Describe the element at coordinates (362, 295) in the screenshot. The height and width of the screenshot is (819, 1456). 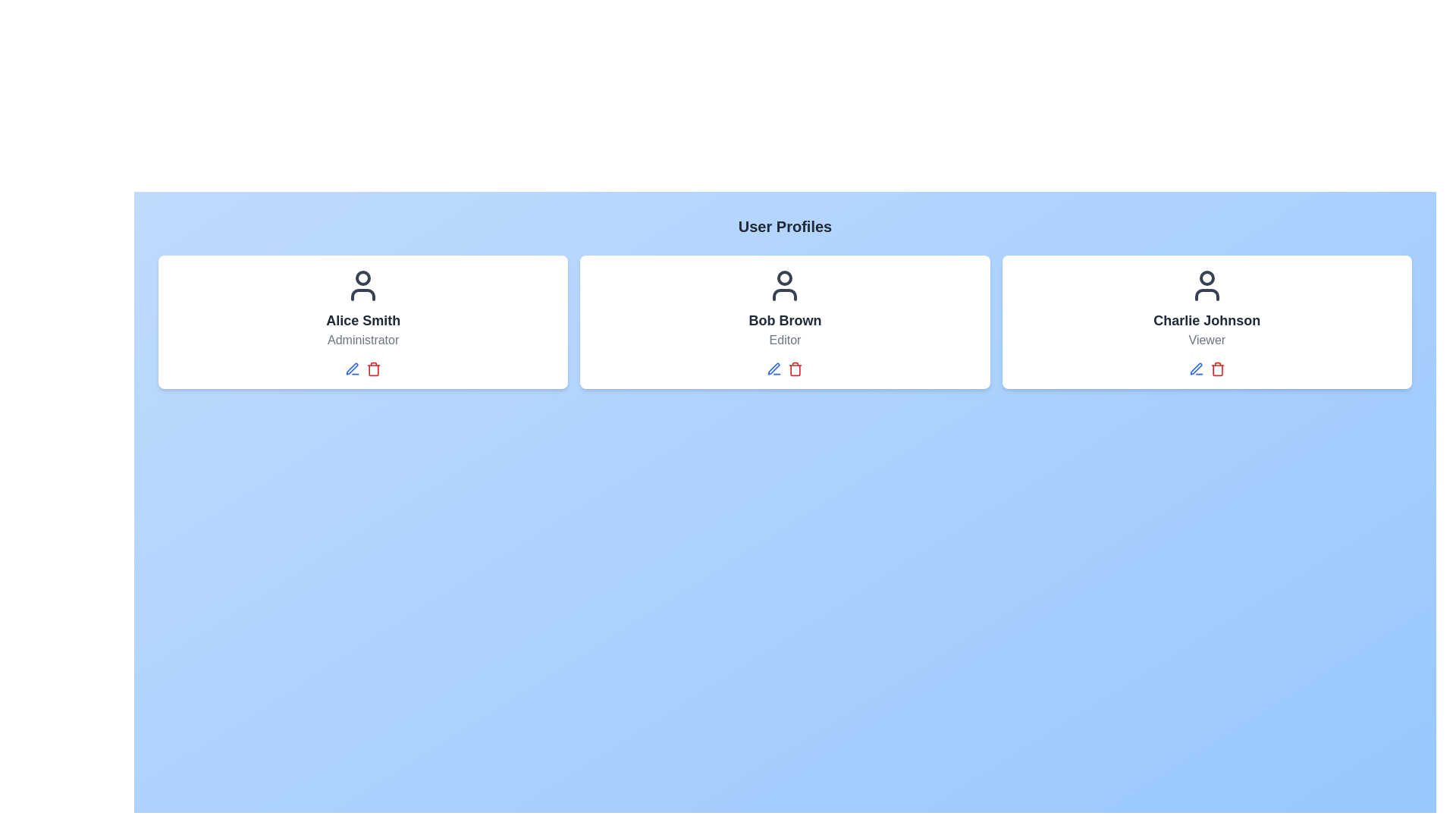
I see `the user avatar icon in the profile card of 'Alice Smith', which is located below the circular head icon` at that location.